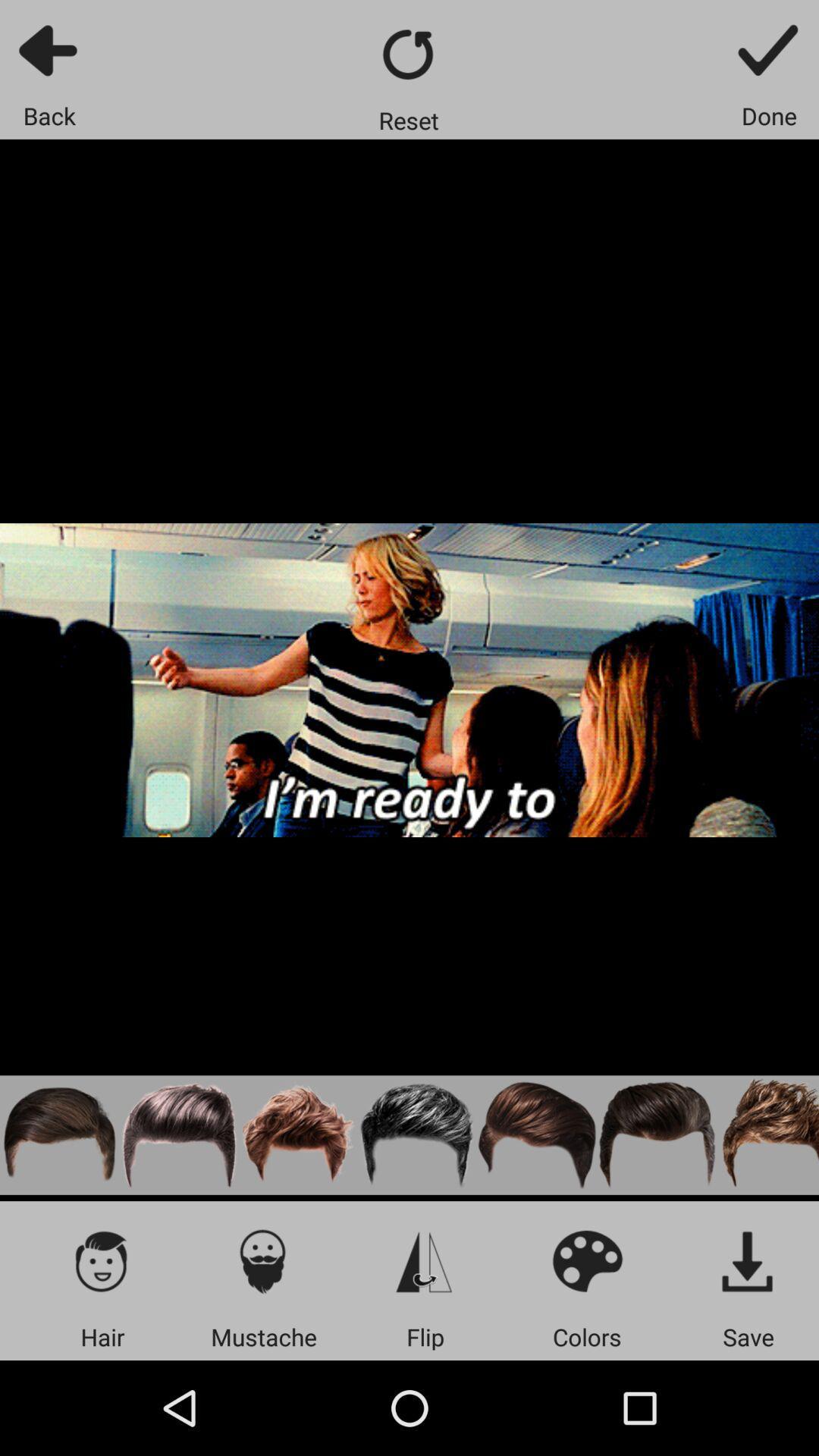  What do you see at coordinates (537, 1135) in the screenshot?
I see `the third image from the right side bottom of the page` at bounding box center [537, 1135].